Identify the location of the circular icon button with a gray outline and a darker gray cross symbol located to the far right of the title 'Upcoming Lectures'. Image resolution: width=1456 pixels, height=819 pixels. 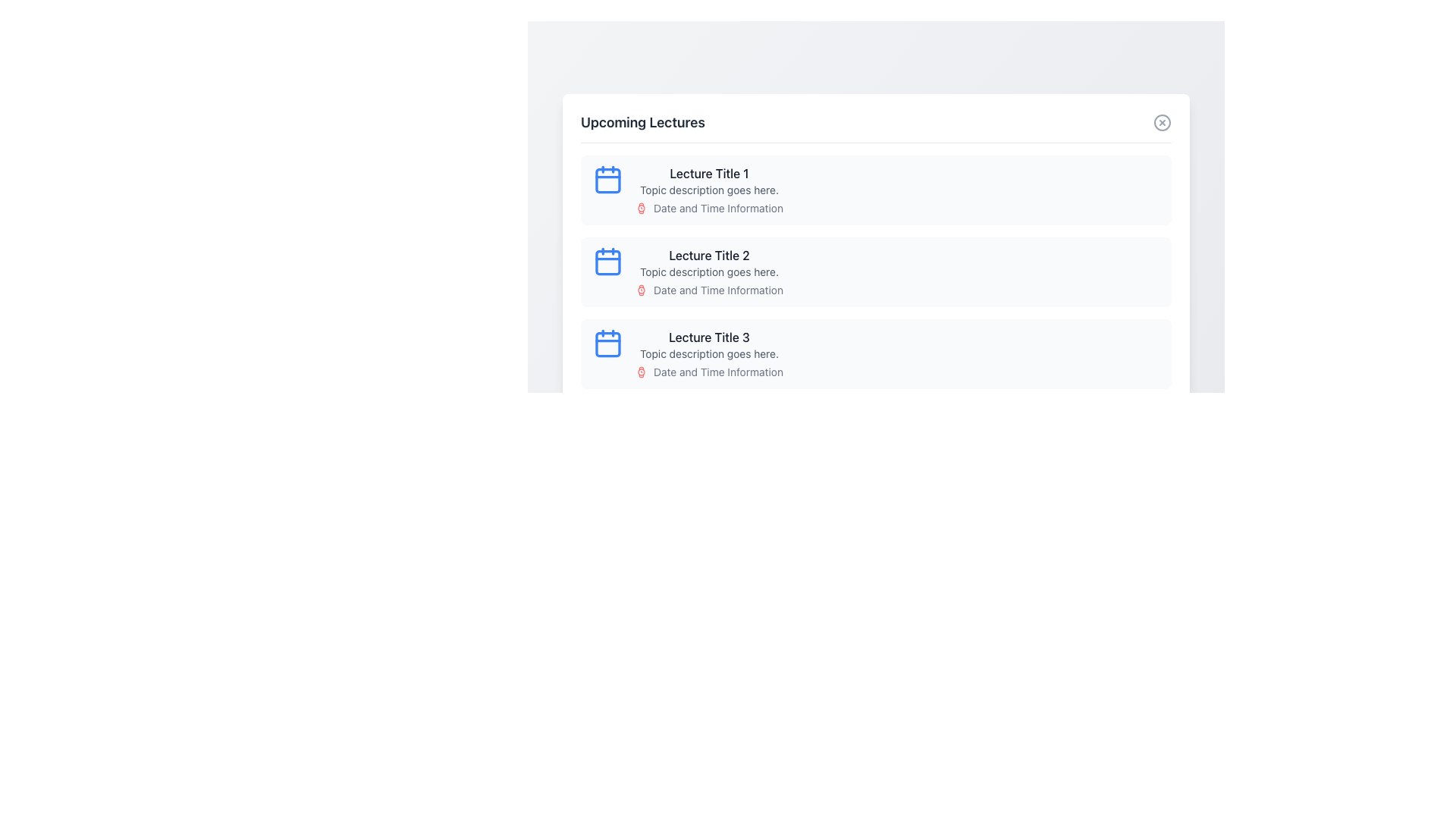
(1162, 122).